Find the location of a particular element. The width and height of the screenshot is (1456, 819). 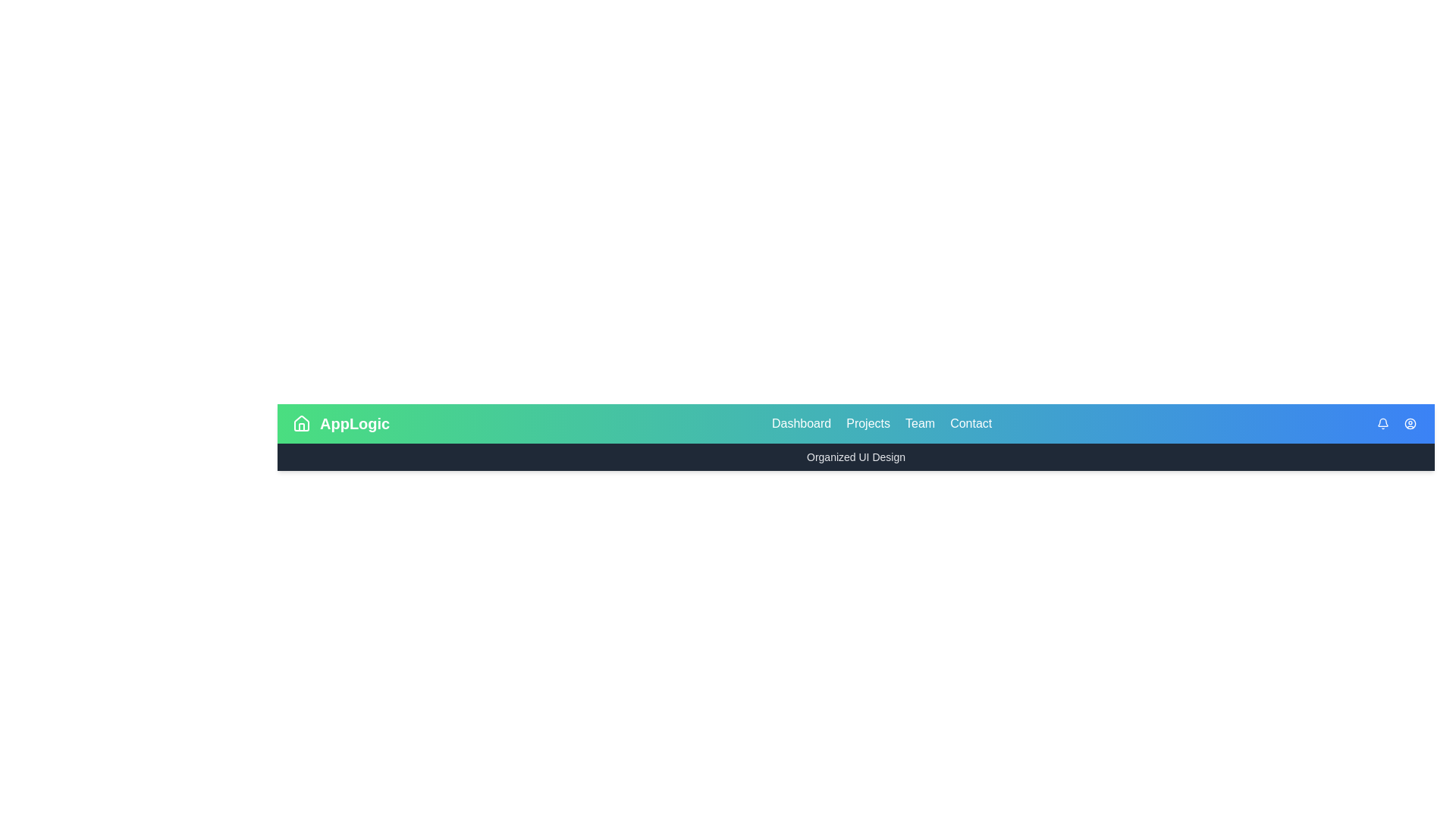

the interactive element Dashboard to observe the visual response is located at coordinates (800, 424).